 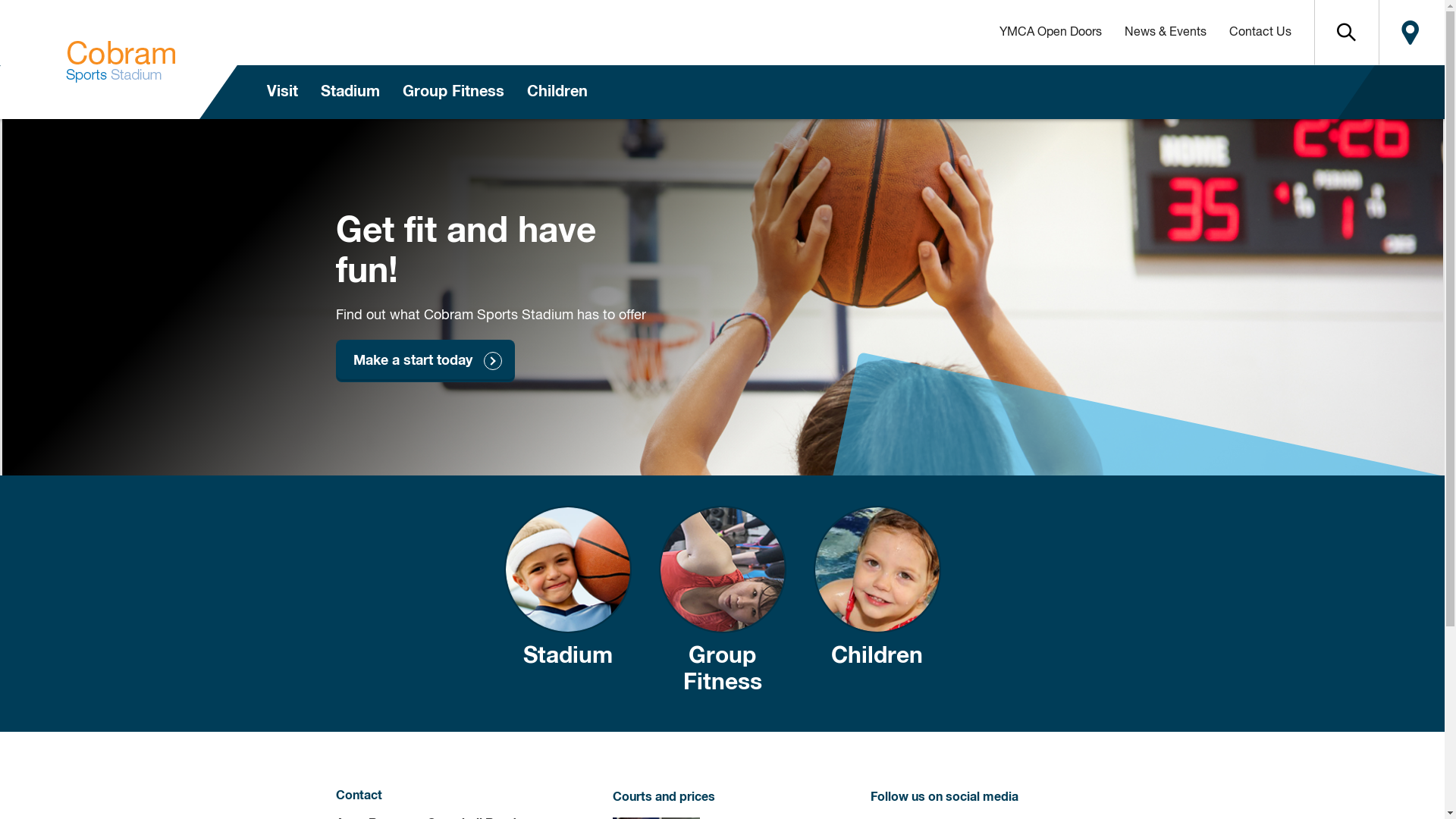 What do you see at coordinates (1164, 32) in the screenshot?
I see `'News & Events'` at bounding box center [1164, 32].